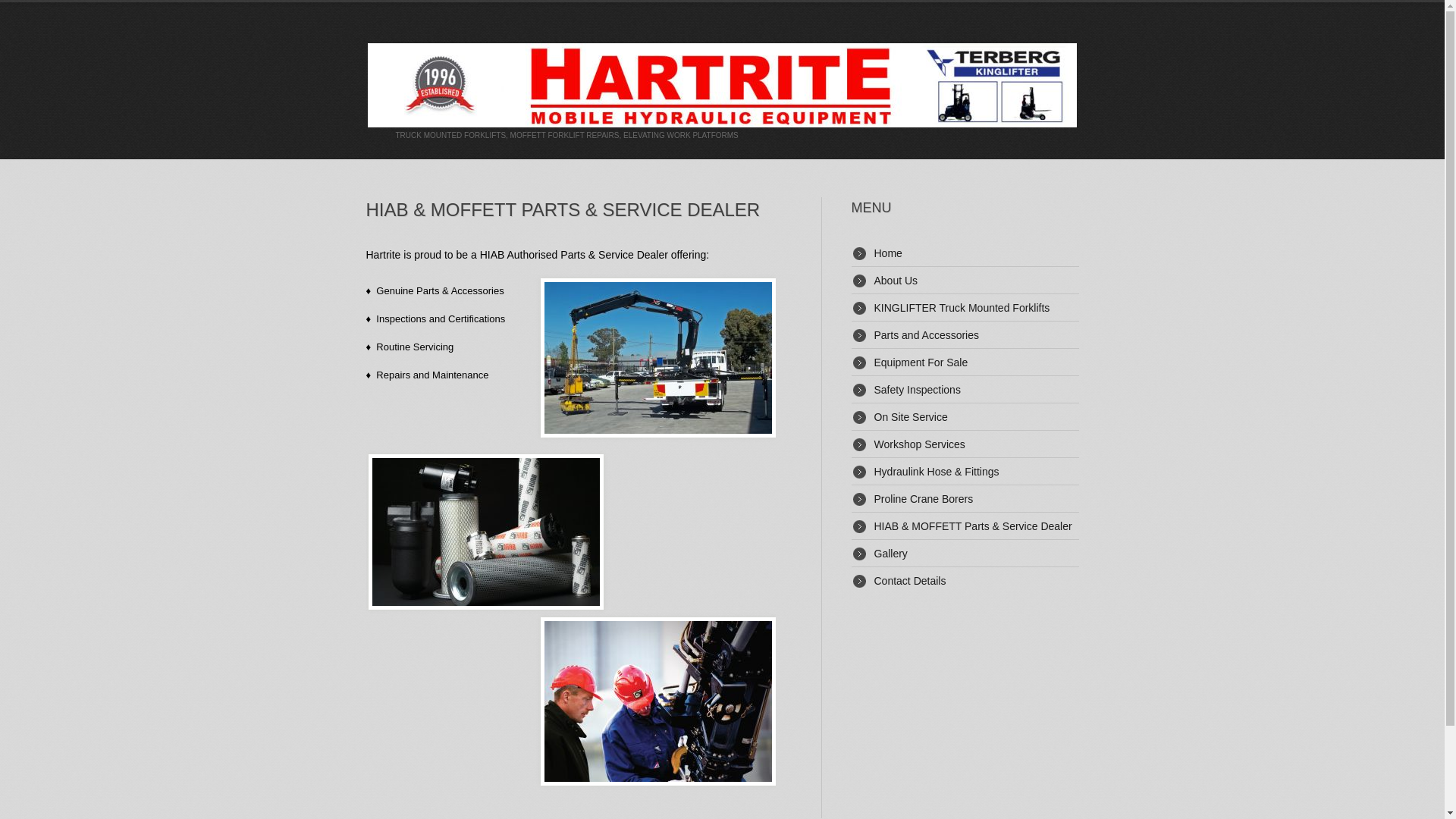  I want to click on 'Workshop Services', so click(918, 444).